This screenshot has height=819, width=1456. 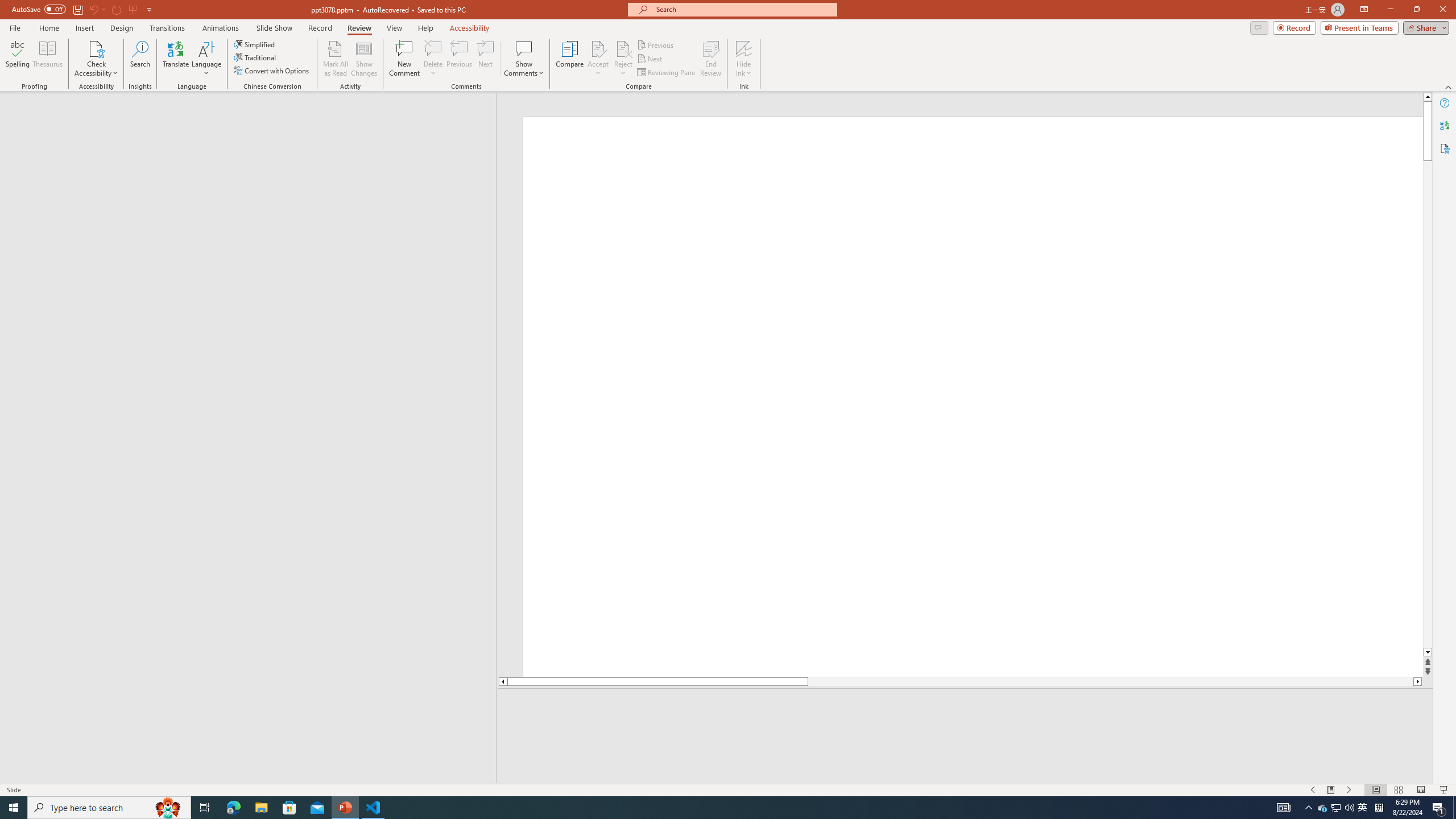 What do you see at coordinates (622, 48) in the screenshot?
I see `'Reject Change'` at bounding box center [622, 48].